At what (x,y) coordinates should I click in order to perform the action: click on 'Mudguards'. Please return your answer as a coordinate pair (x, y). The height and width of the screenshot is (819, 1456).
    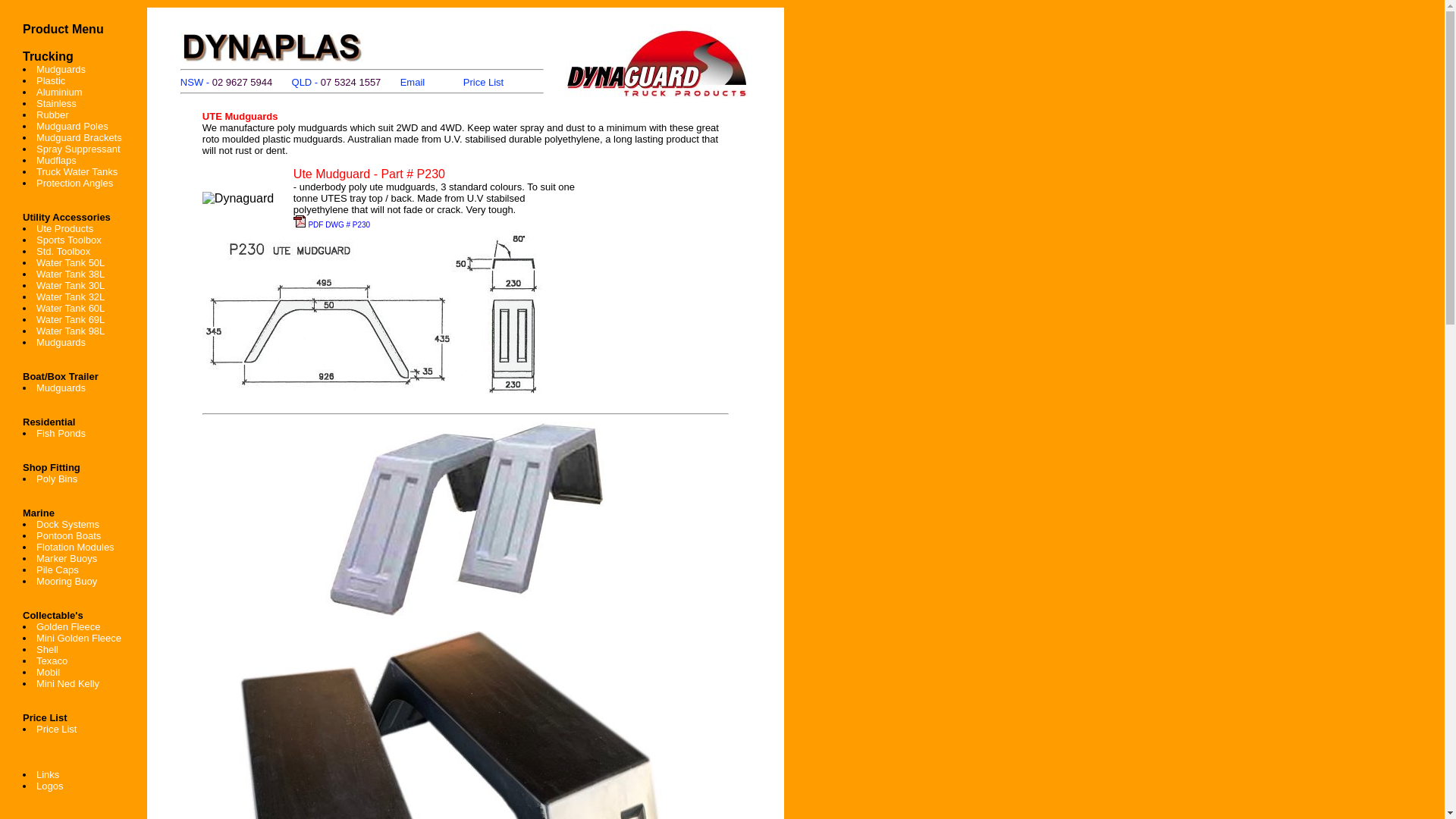
    Looking at the image, I should click on (61, 342).